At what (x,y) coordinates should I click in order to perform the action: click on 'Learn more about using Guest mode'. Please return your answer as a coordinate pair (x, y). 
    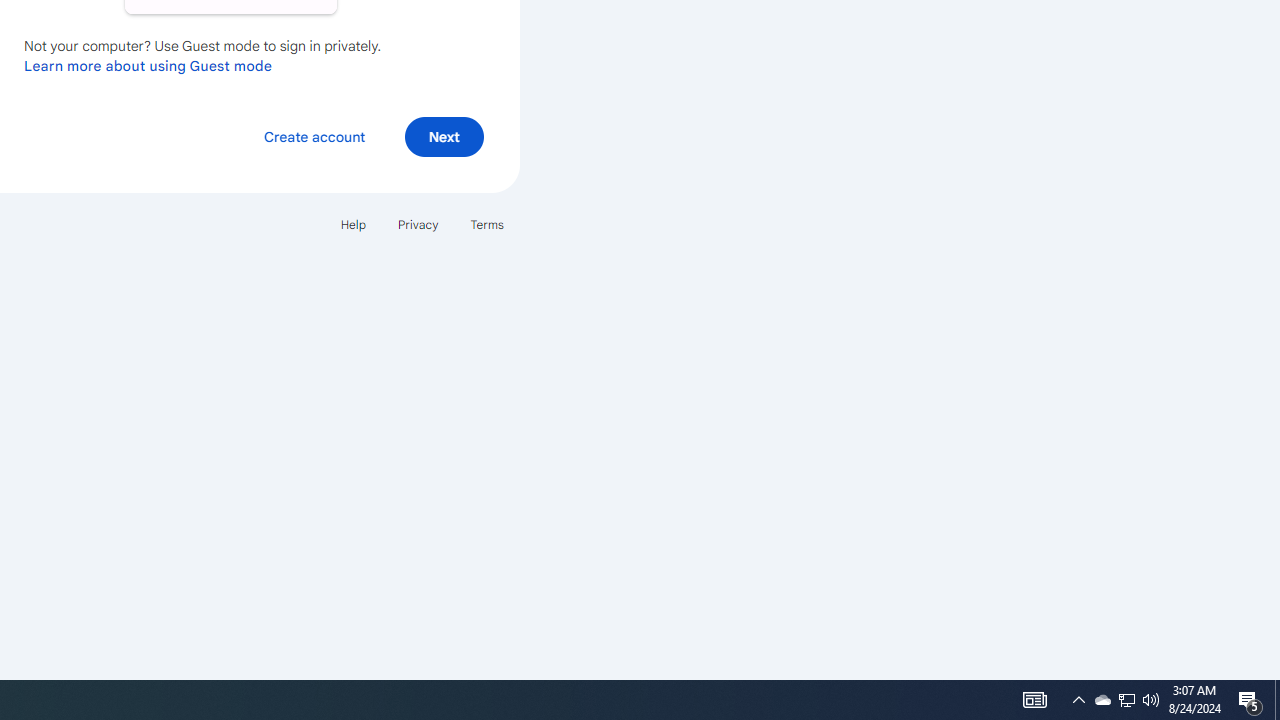
    Looking at the image, I should click on (147, 64).